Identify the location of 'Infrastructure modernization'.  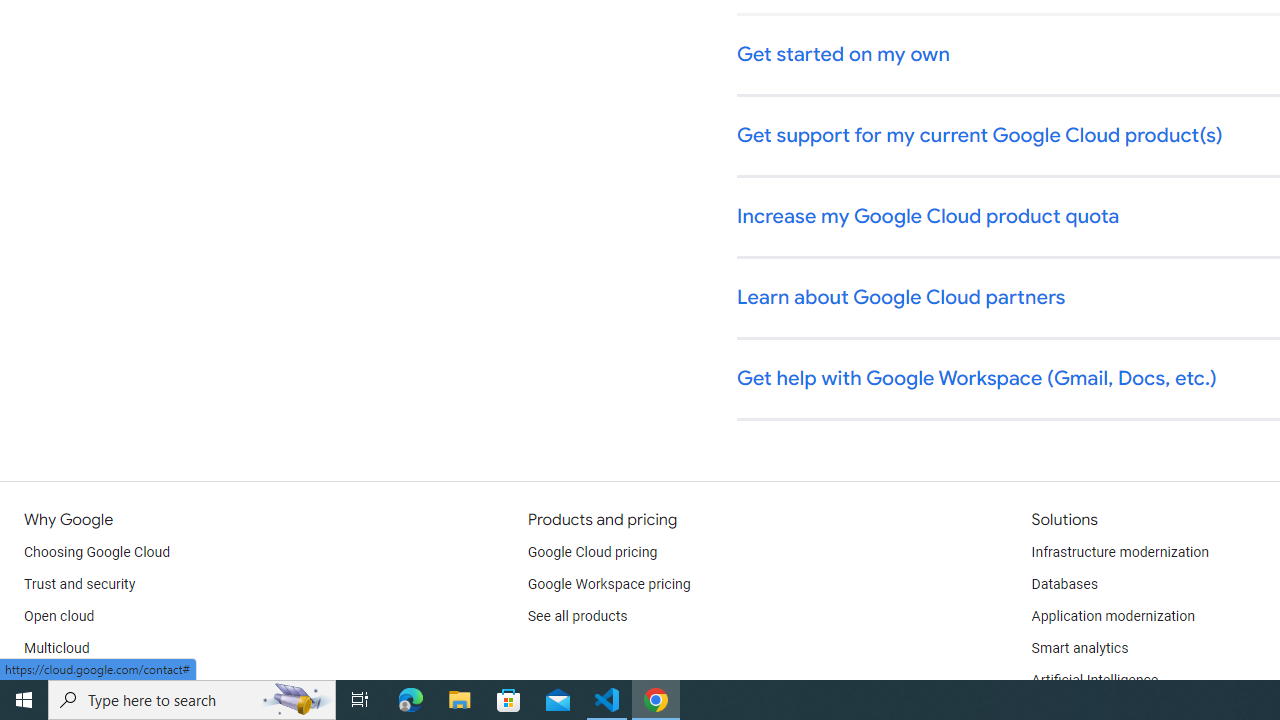
(1120, 552).